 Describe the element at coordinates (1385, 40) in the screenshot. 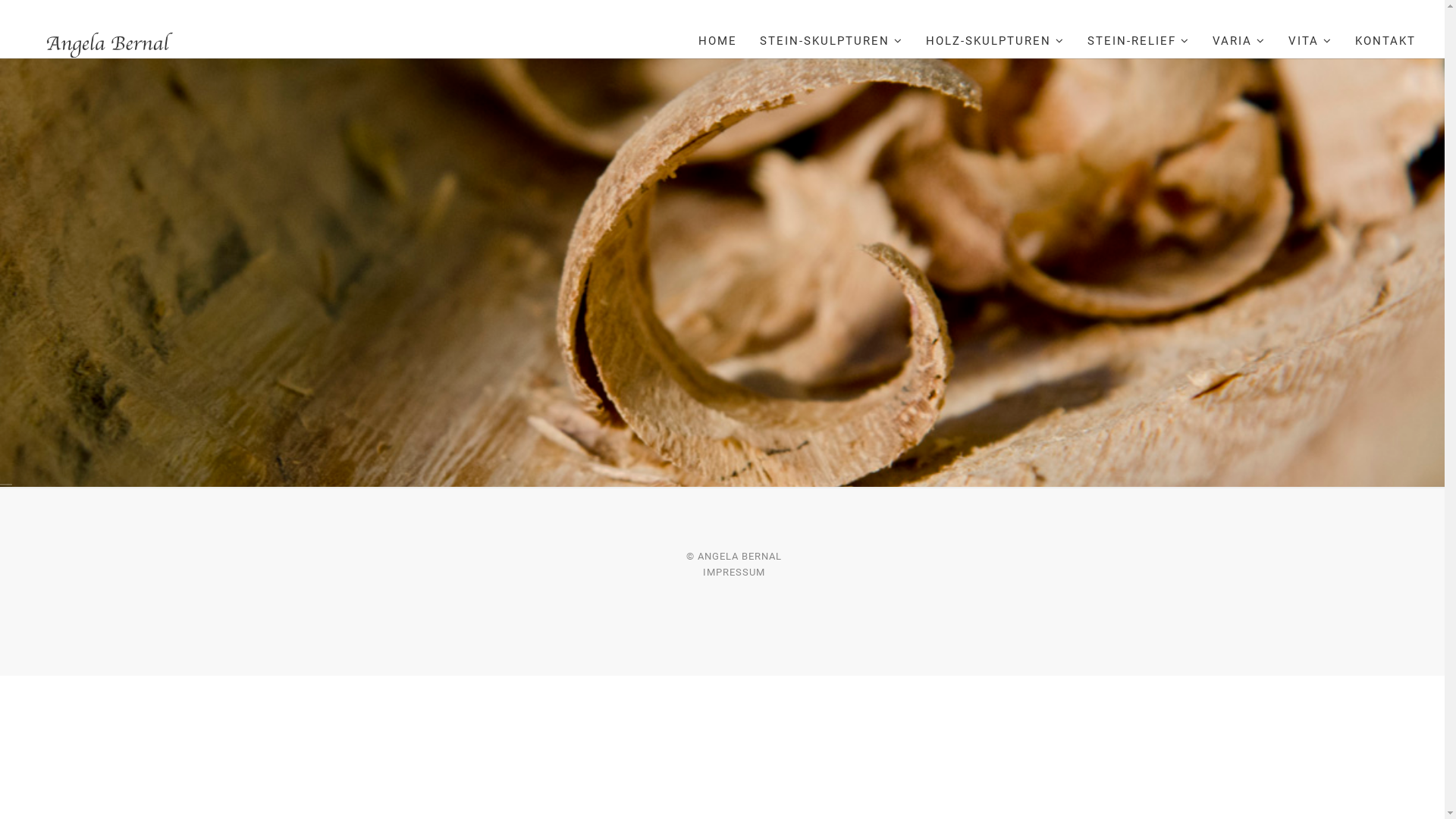

I see `'KONTAKT'` at that location.